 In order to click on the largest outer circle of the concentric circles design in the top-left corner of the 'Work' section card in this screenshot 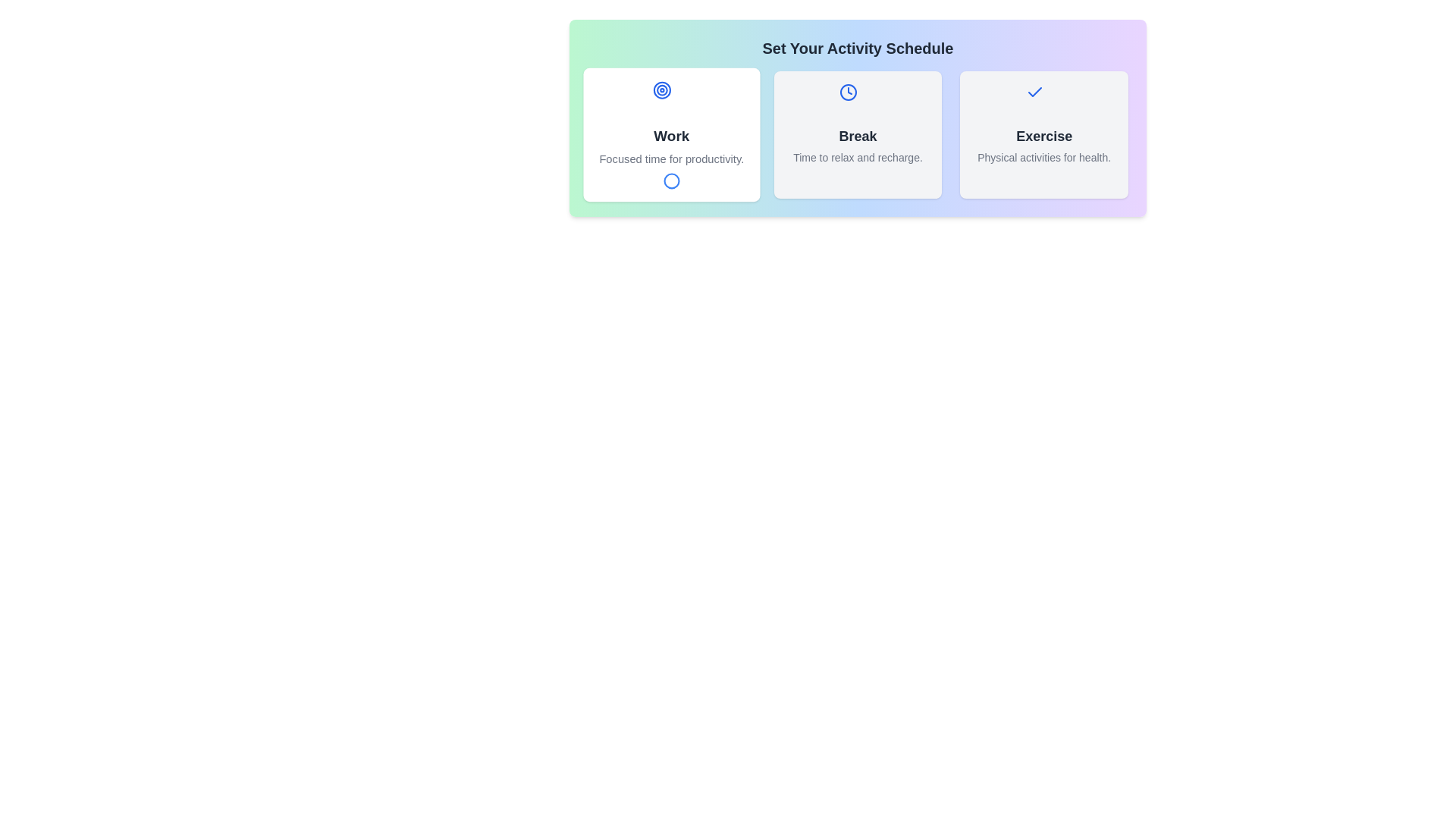, I will do `click(662, 90)`.